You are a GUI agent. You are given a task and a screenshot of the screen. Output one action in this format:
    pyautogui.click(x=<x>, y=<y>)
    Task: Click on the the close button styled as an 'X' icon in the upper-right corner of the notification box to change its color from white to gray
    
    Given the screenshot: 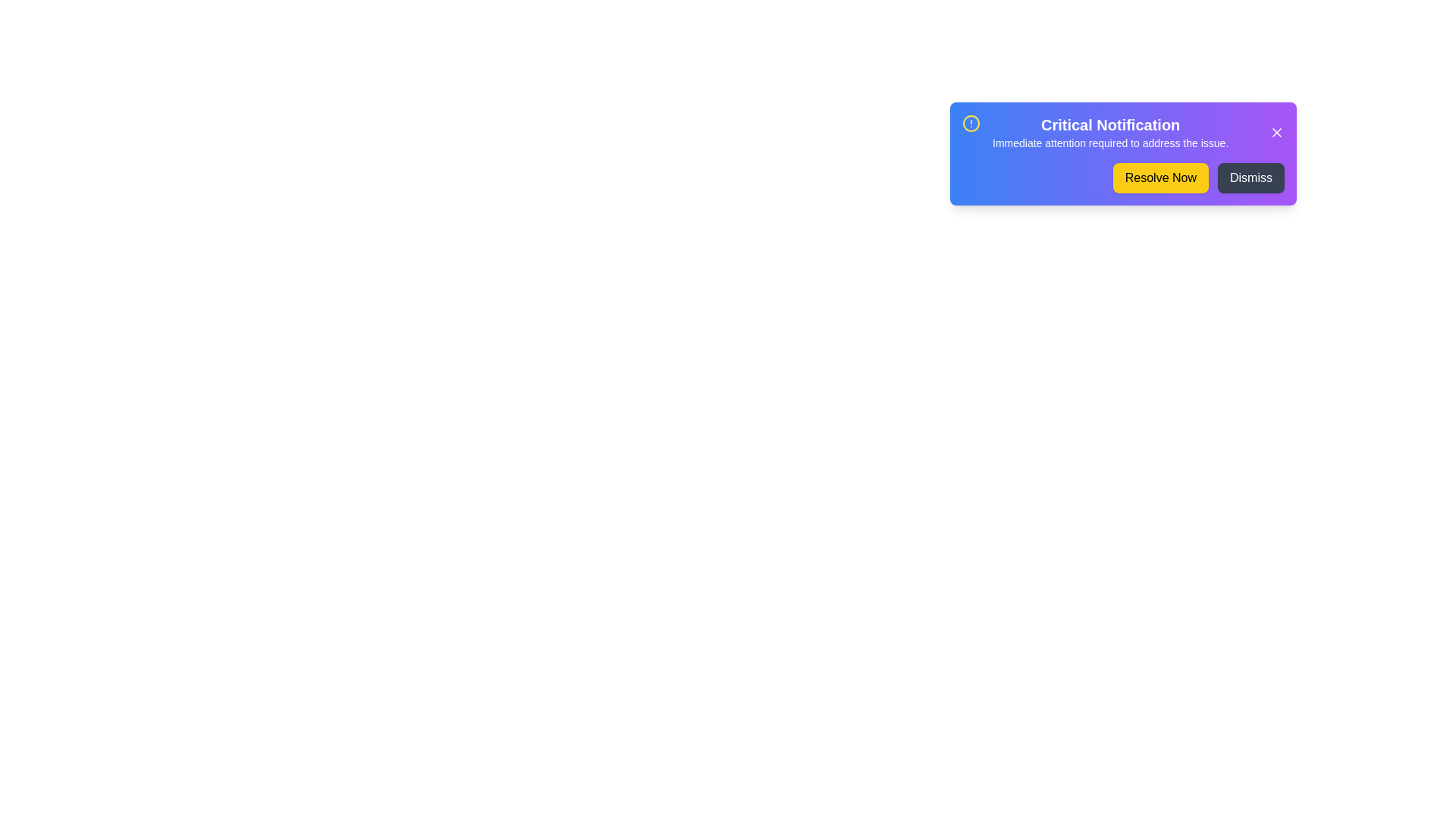 What is the action you would take?
    pyautogui.click(x=1276, y=131)
    